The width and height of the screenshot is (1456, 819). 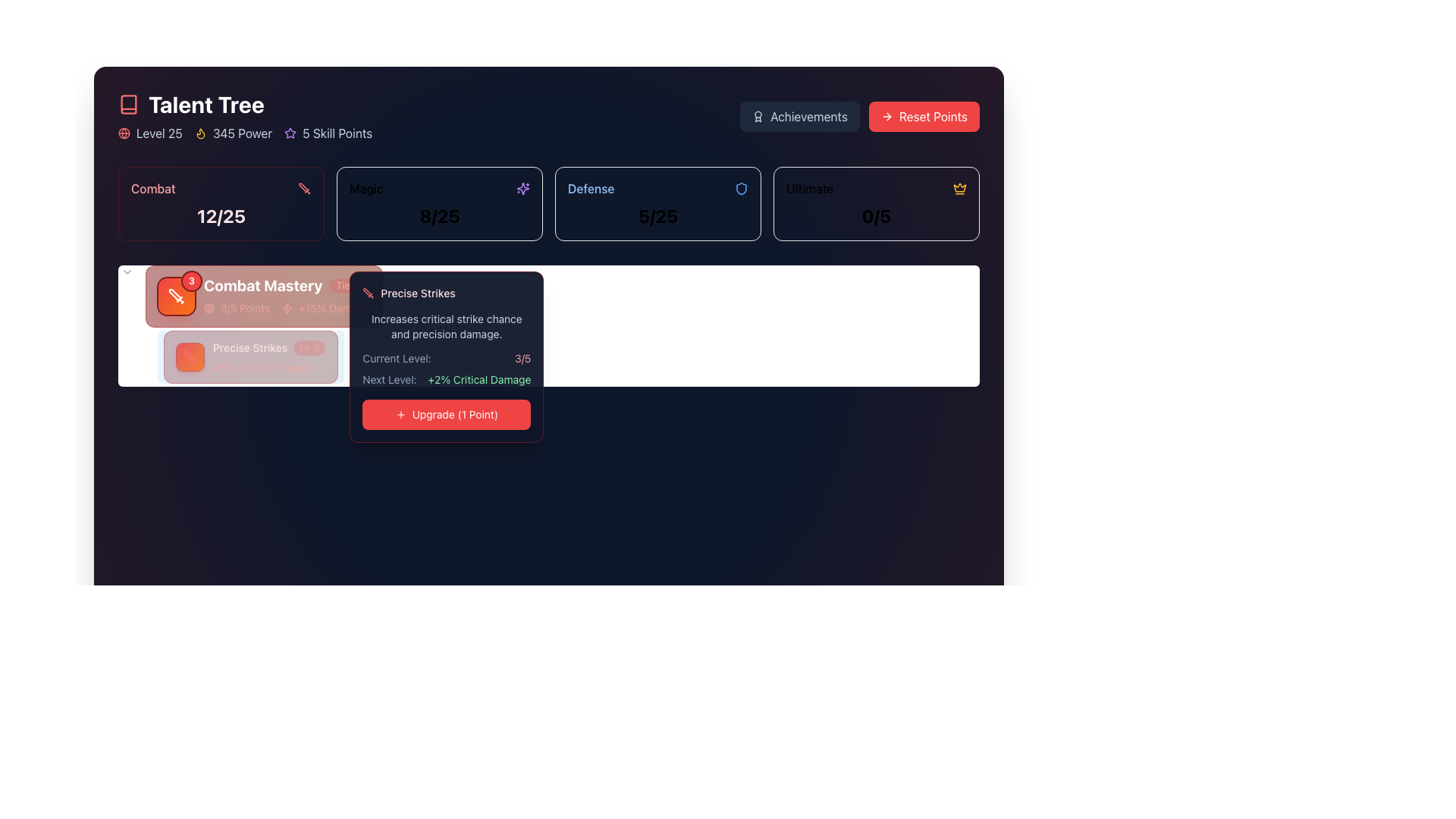 What do you see at coordinates (488, 242) in the screenshot?
I see `the heart icon, which serves as a 'like' or 'favorite' button, allowing users to mark content as liked or preferred` at bounding box center [488, 242].